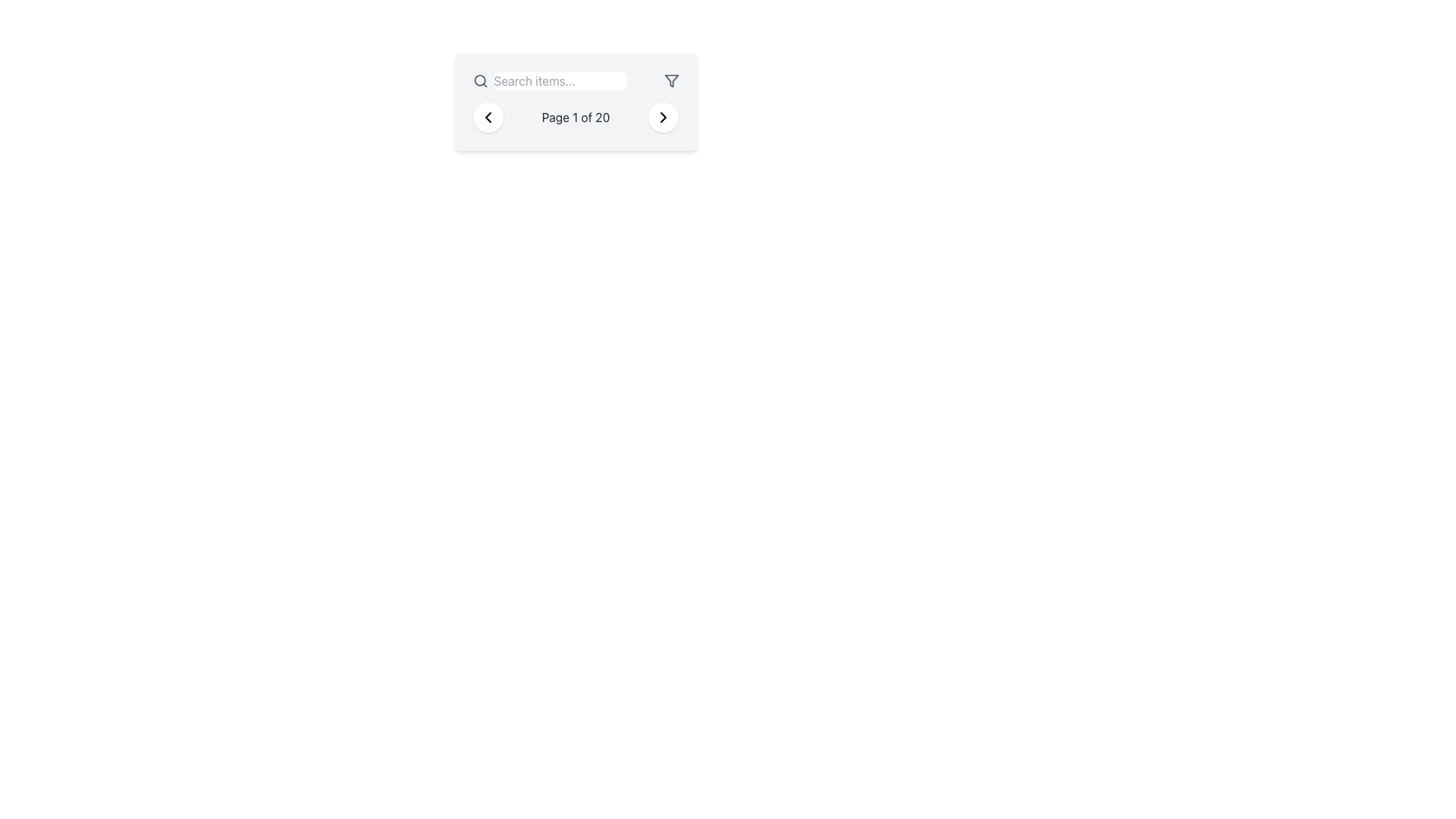 The height and width of the screenshot is (819, 1456). Describe the element at coordinates (670, 81) in the screenshot. I see `the gray funnel icon located centered towards the right side of the search bar` at that location.